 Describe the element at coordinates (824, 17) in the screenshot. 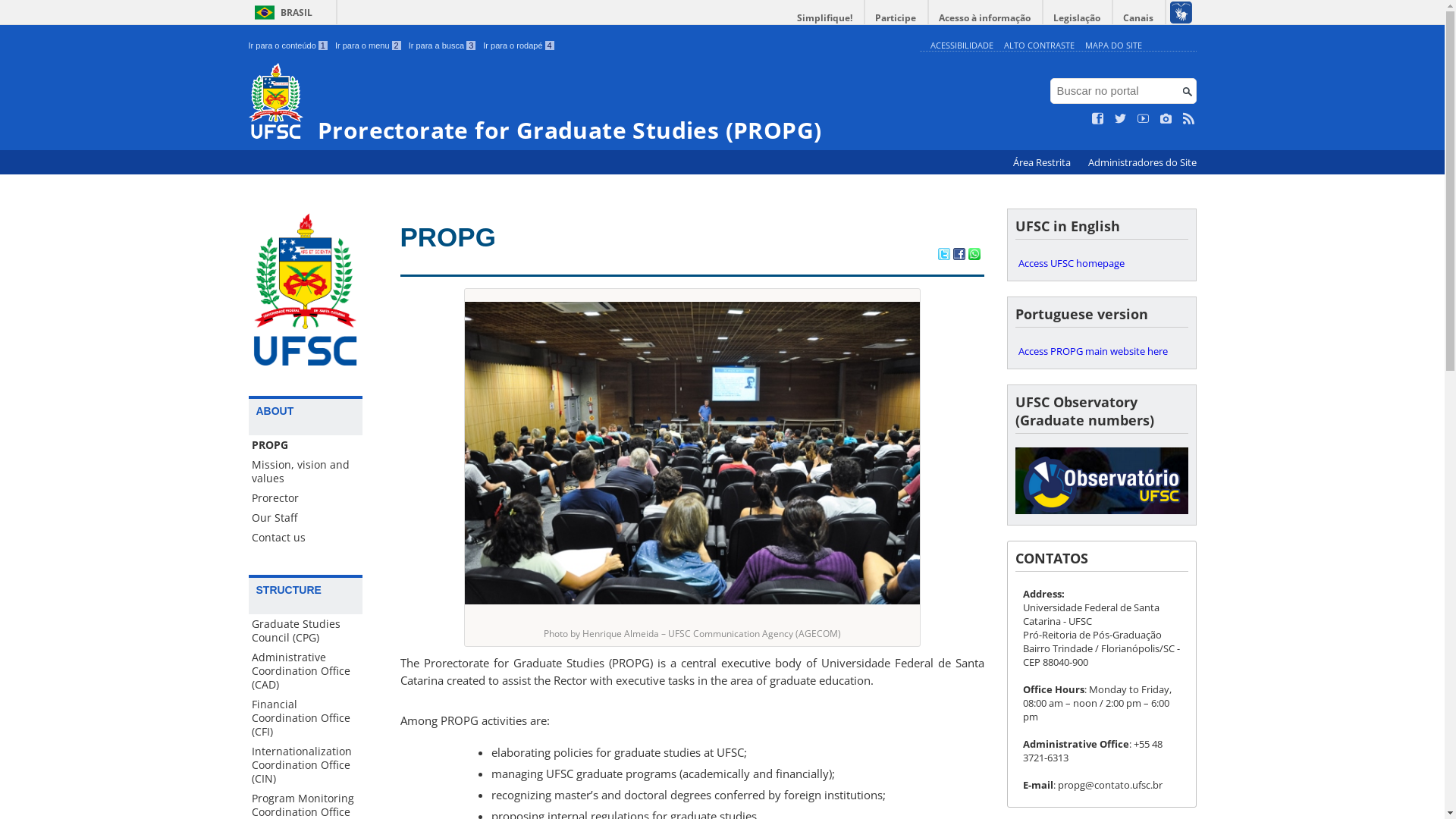

I see `'Simplifique!'` at that location.